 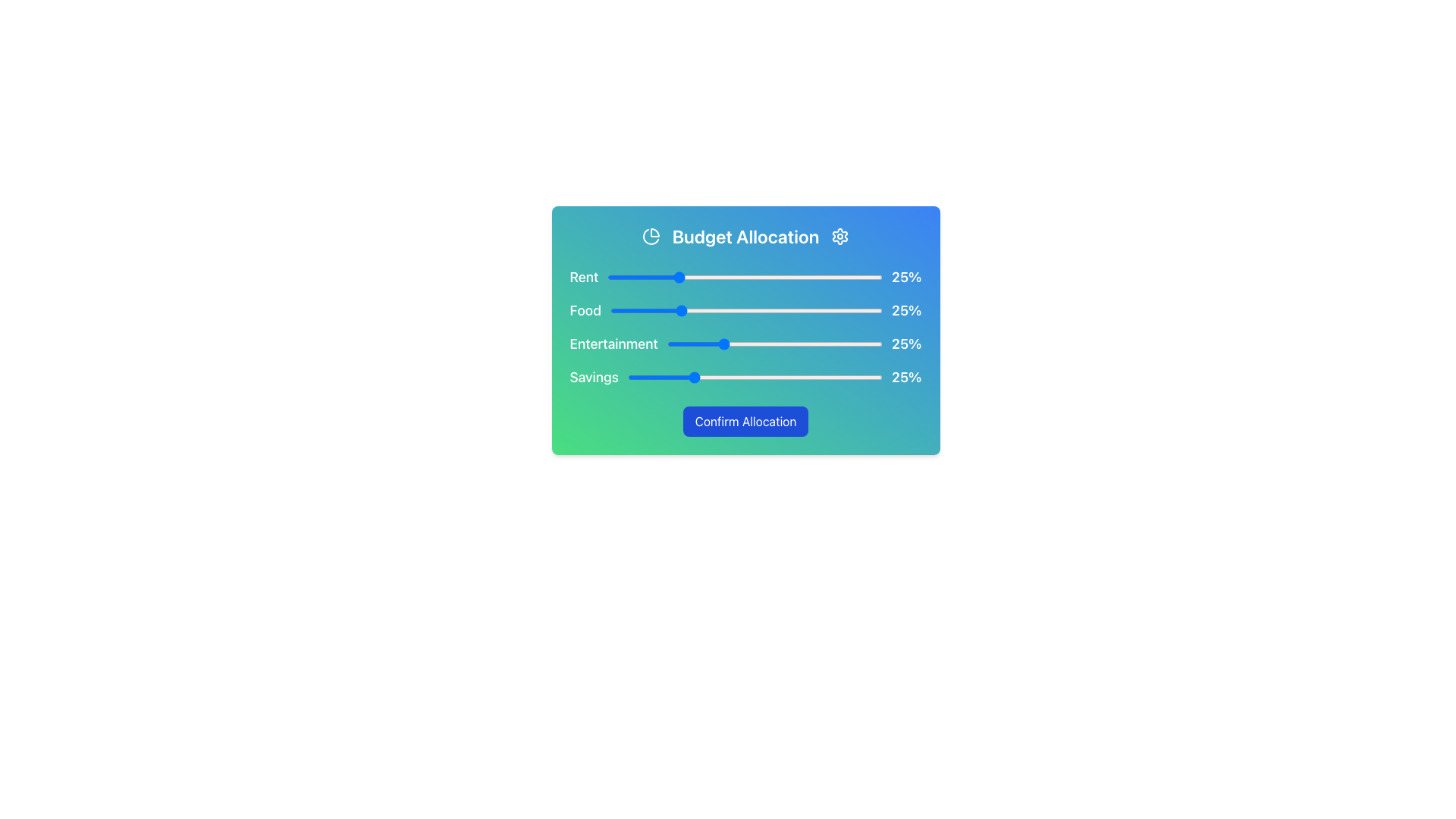 What do you see at coordinates (786, 278) in the screenshot?
I see `the 'Rent' allocation slider` at bounding box center [786, 278].